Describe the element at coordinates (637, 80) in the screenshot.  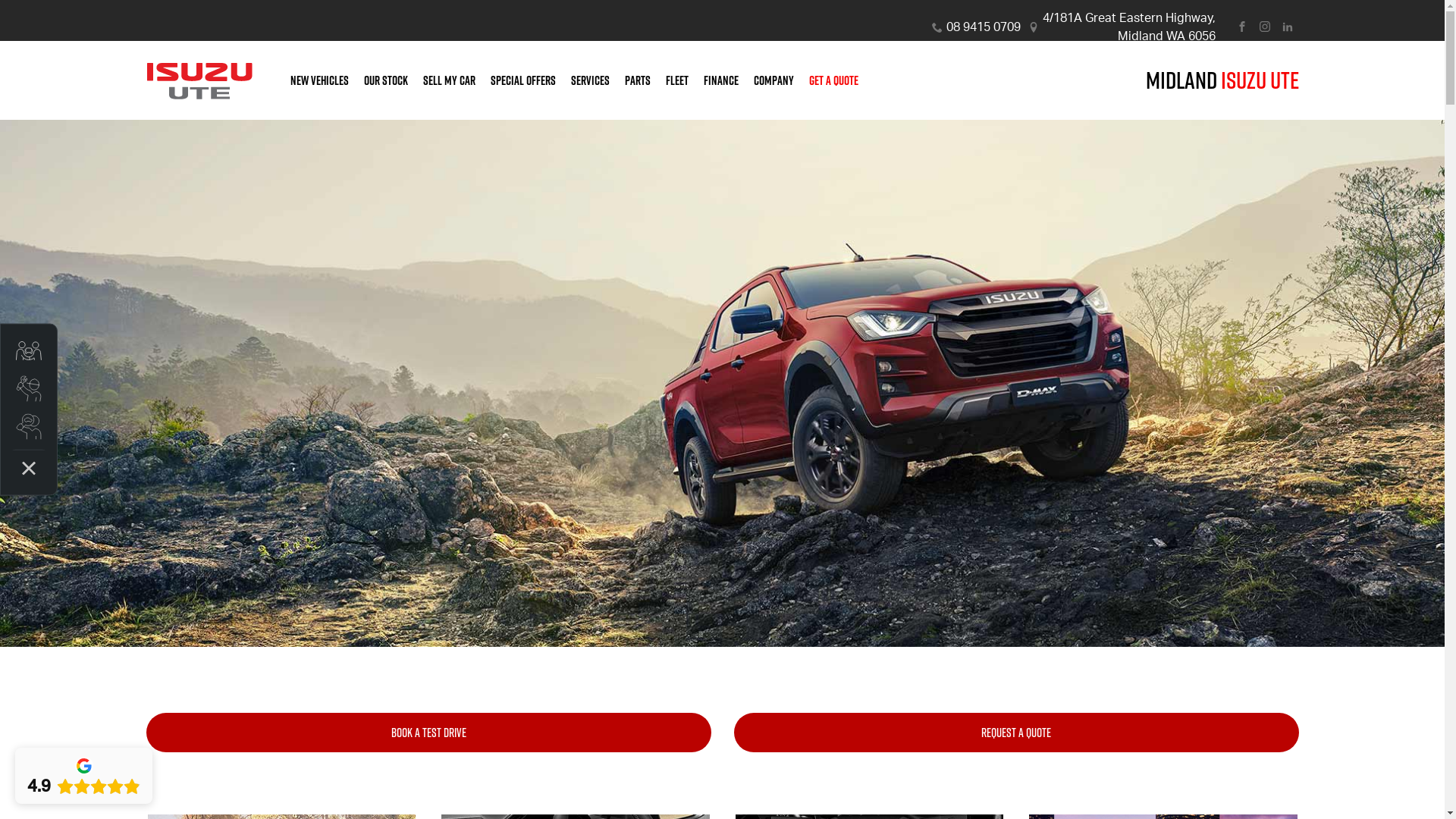
I see `'PARTS'` at that location.